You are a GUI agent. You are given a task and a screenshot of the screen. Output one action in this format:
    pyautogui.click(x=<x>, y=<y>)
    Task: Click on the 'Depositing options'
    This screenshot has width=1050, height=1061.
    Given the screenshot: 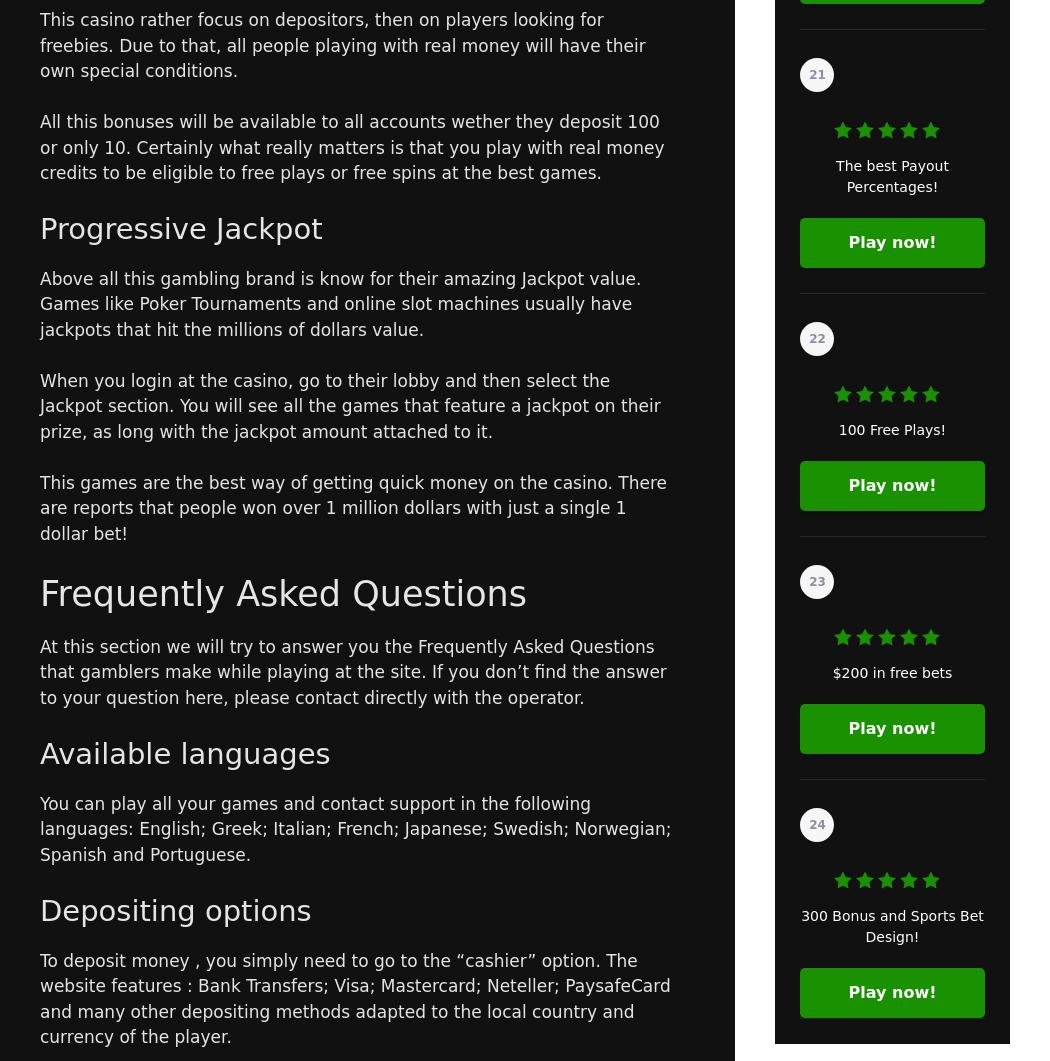 What is the action you would take?
    pyautogui.click(x=39, y=909)
    